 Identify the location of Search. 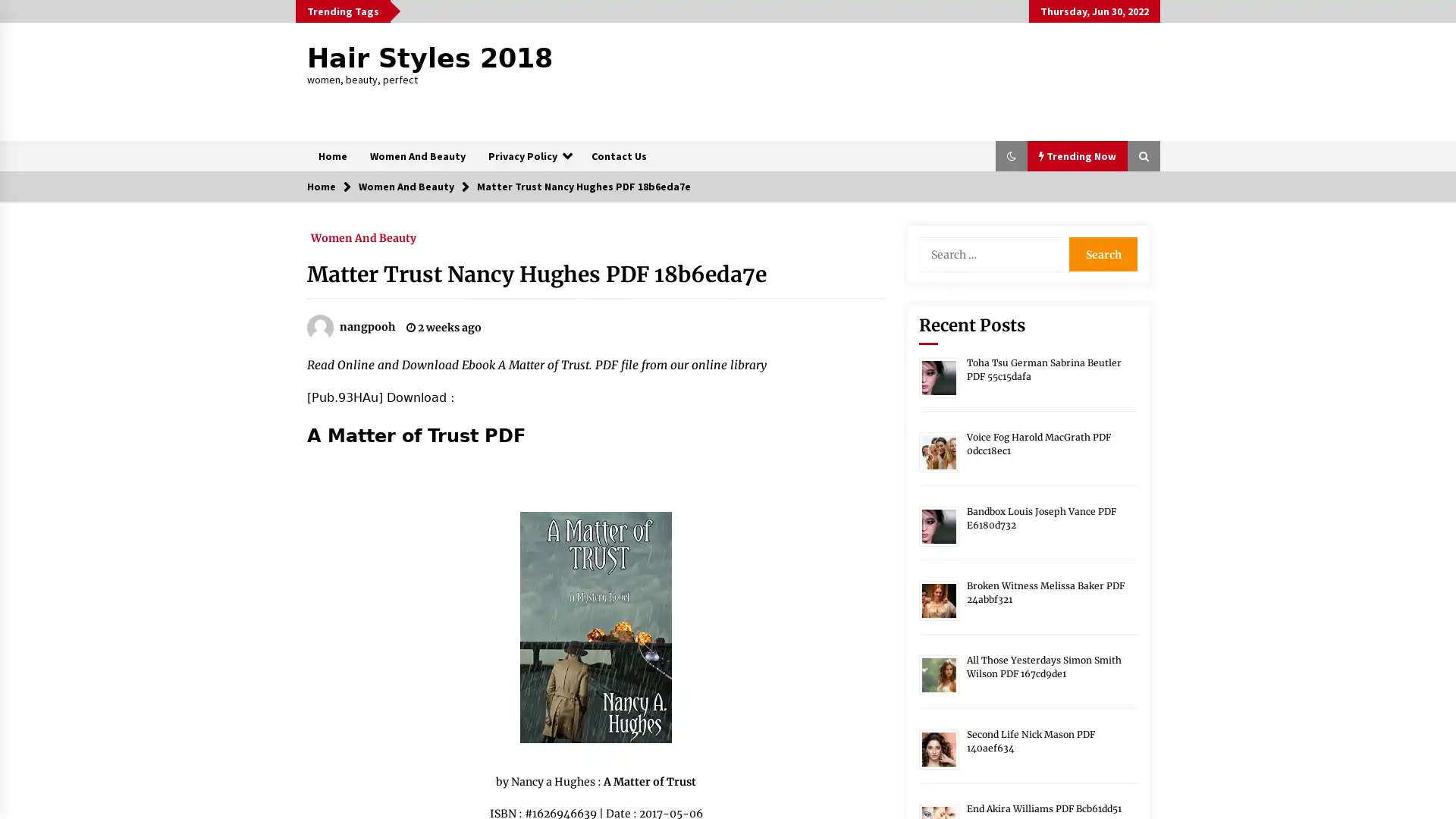
(1103, 253).